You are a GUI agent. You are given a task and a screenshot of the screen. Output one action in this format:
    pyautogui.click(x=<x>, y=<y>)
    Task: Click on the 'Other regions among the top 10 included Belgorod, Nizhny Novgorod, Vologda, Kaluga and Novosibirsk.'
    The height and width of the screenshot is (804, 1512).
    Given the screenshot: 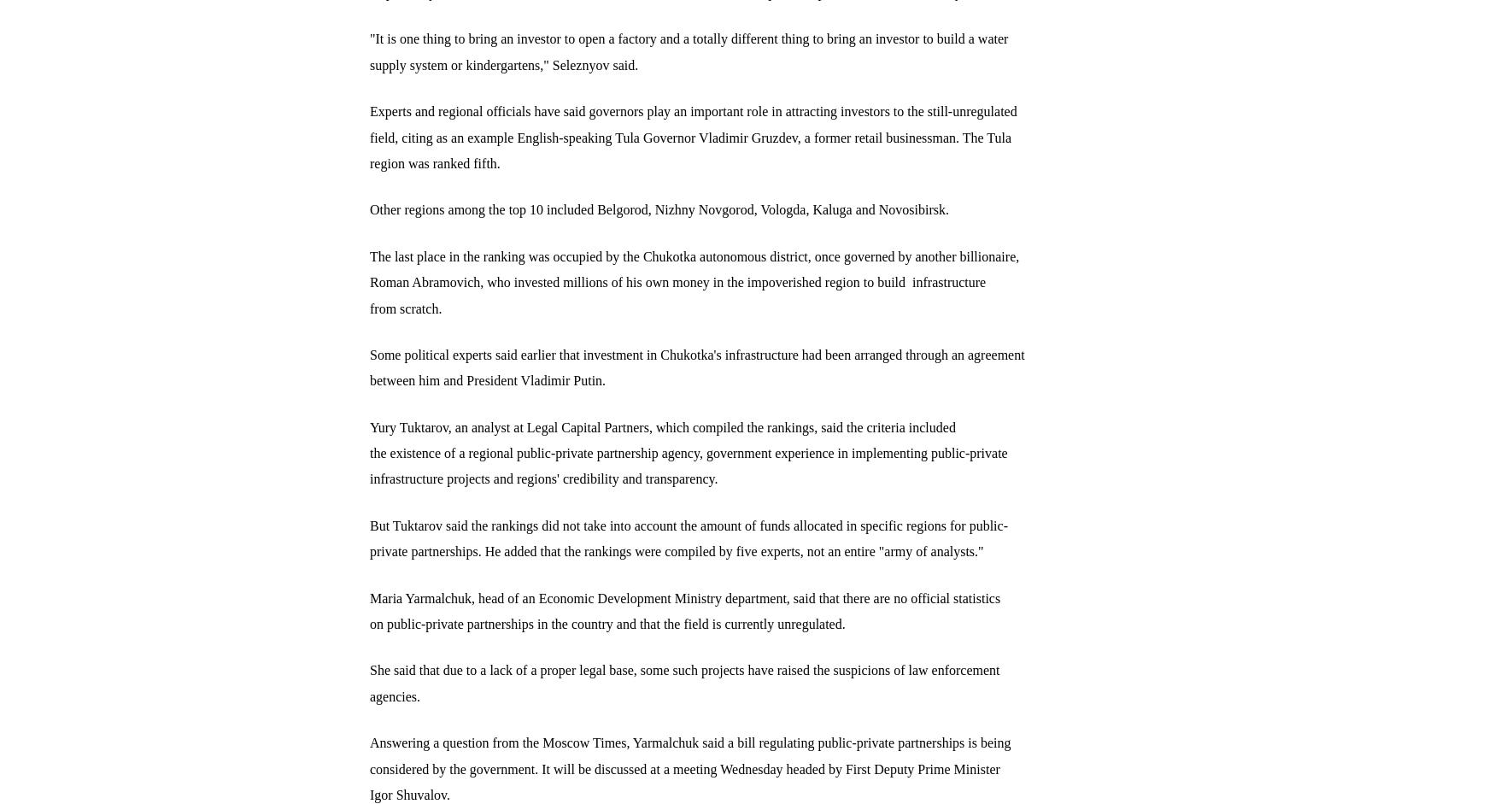 What is the action you would take?
    pyautogui.click(x=659, y=208)
    